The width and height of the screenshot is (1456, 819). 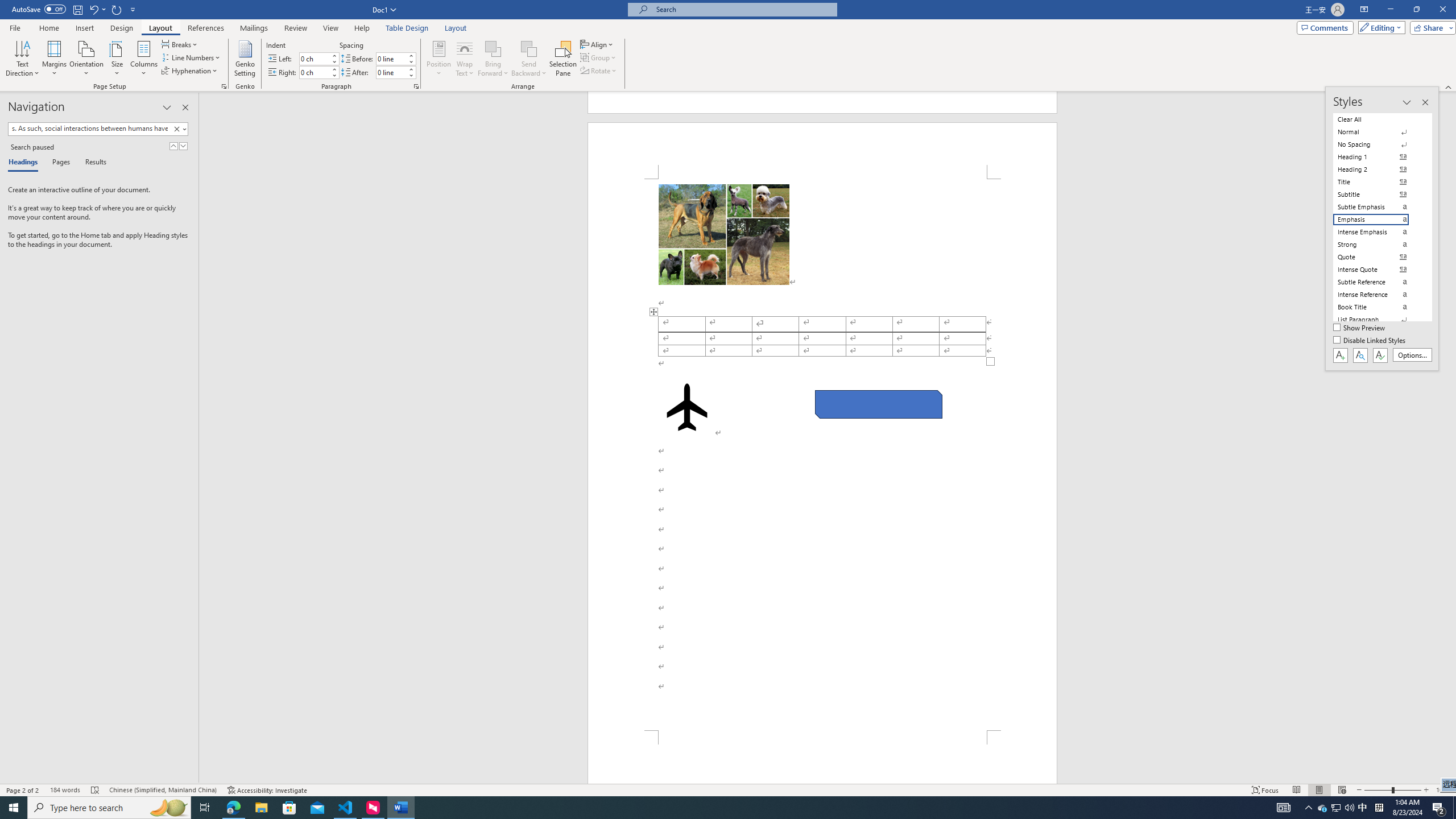 What do you see at coordinates (822, 454) in the screenshot?
I see `'Page 2 content'` at bounding box center [822, 454].